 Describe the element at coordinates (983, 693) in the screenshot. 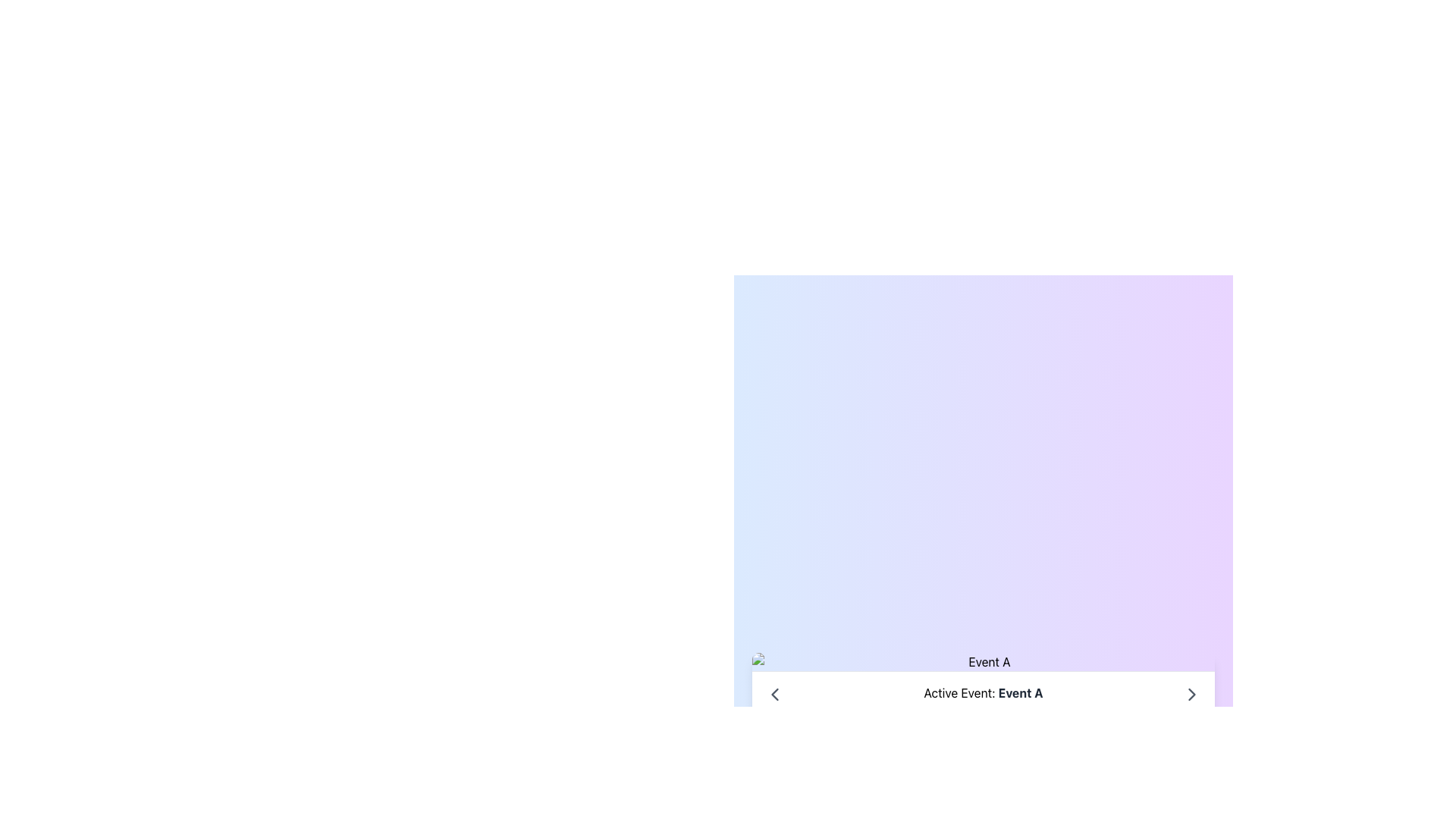

I see `the text label that displays 'Active Event: Event A', which is styled in bold black font against a white background, located centrally at the bottom of the interface` at that location.